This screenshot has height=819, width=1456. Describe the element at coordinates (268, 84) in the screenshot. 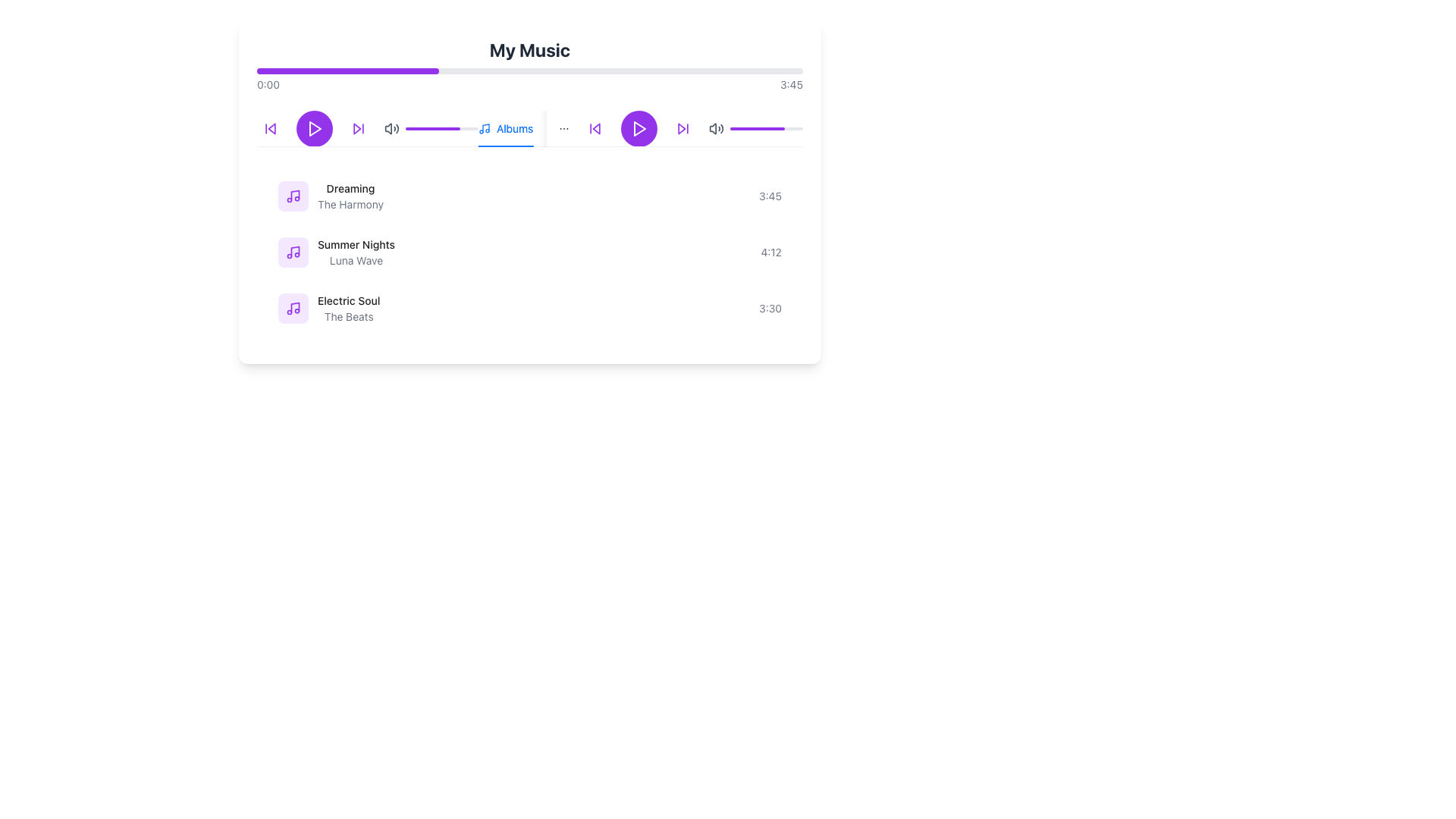

I see `the small text label displaying '0:00' in gray font, located near the left edge of the music player's progress bar` at that location.